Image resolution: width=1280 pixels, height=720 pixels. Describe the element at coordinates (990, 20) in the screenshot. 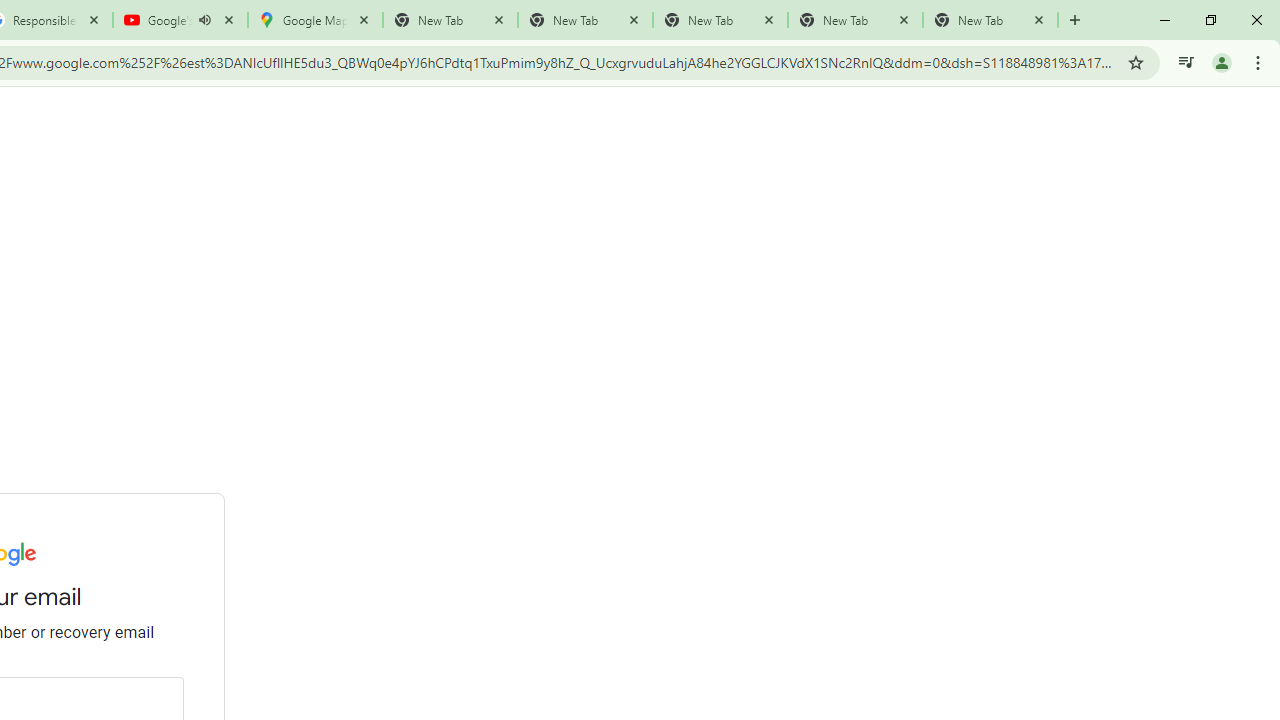

I see `'New Tab'` at that location.